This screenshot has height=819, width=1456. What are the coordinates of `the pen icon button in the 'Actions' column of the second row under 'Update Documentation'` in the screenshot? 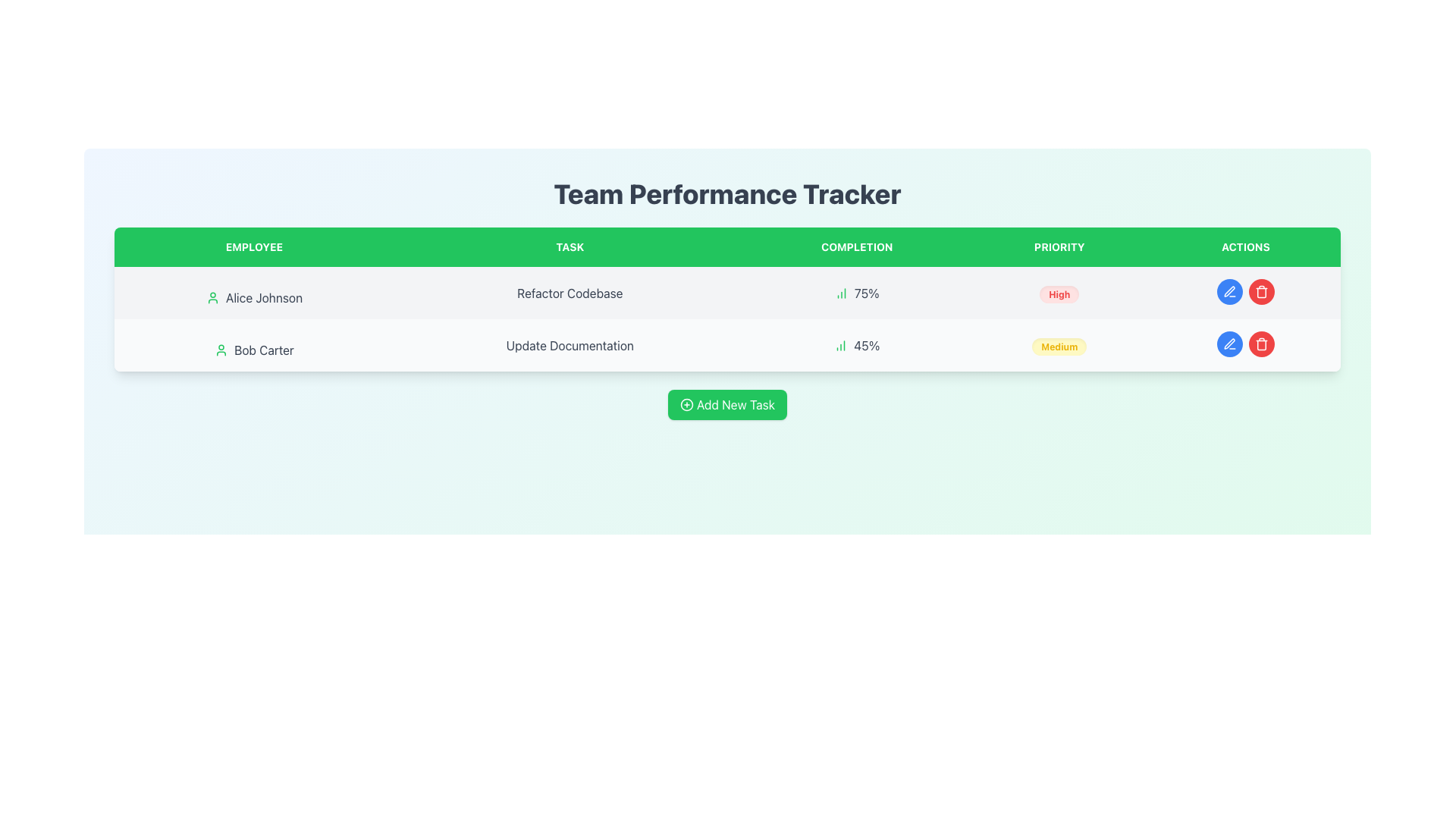 It's located at (1229, 344).